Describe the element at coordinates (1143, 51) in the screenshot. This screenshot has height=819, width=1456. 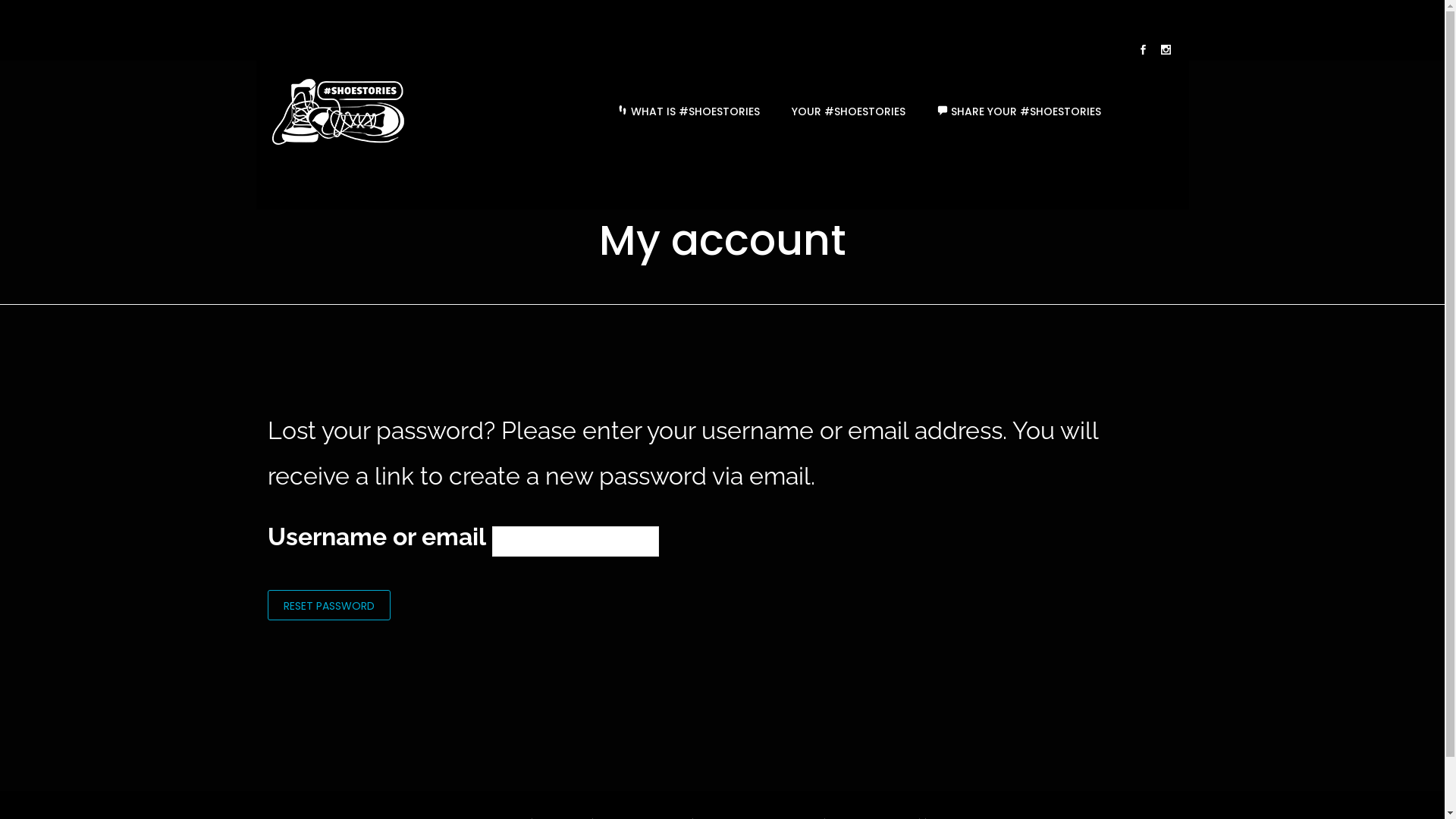
I see `'Facebook'` at that location.